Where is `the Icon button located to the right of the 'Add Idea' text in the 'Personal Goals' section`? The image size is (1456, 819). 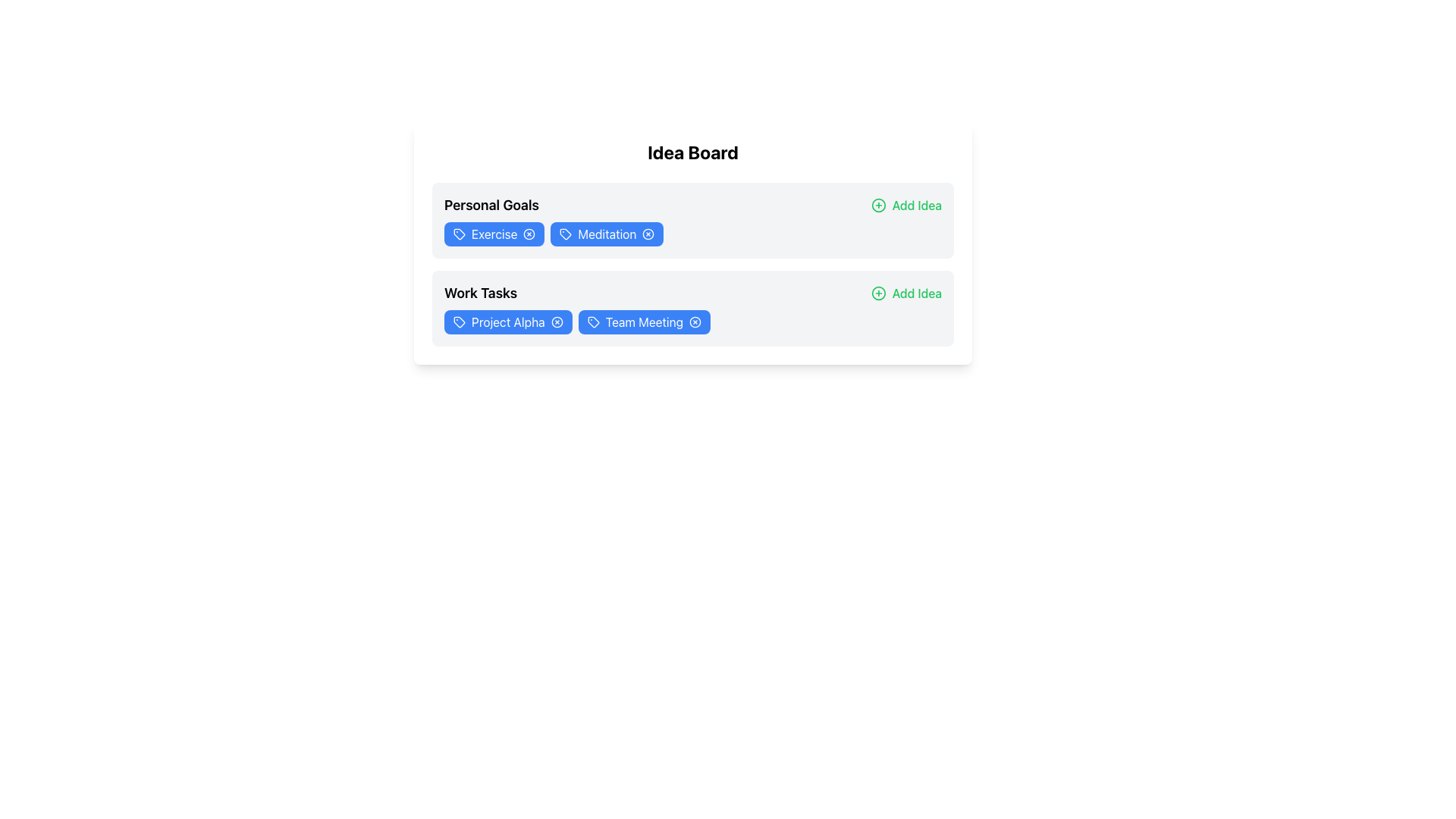 the Icon button located to the right of the 'Add Idea' text in the 'Personal Goals' section is located at coordinates (878, 205).